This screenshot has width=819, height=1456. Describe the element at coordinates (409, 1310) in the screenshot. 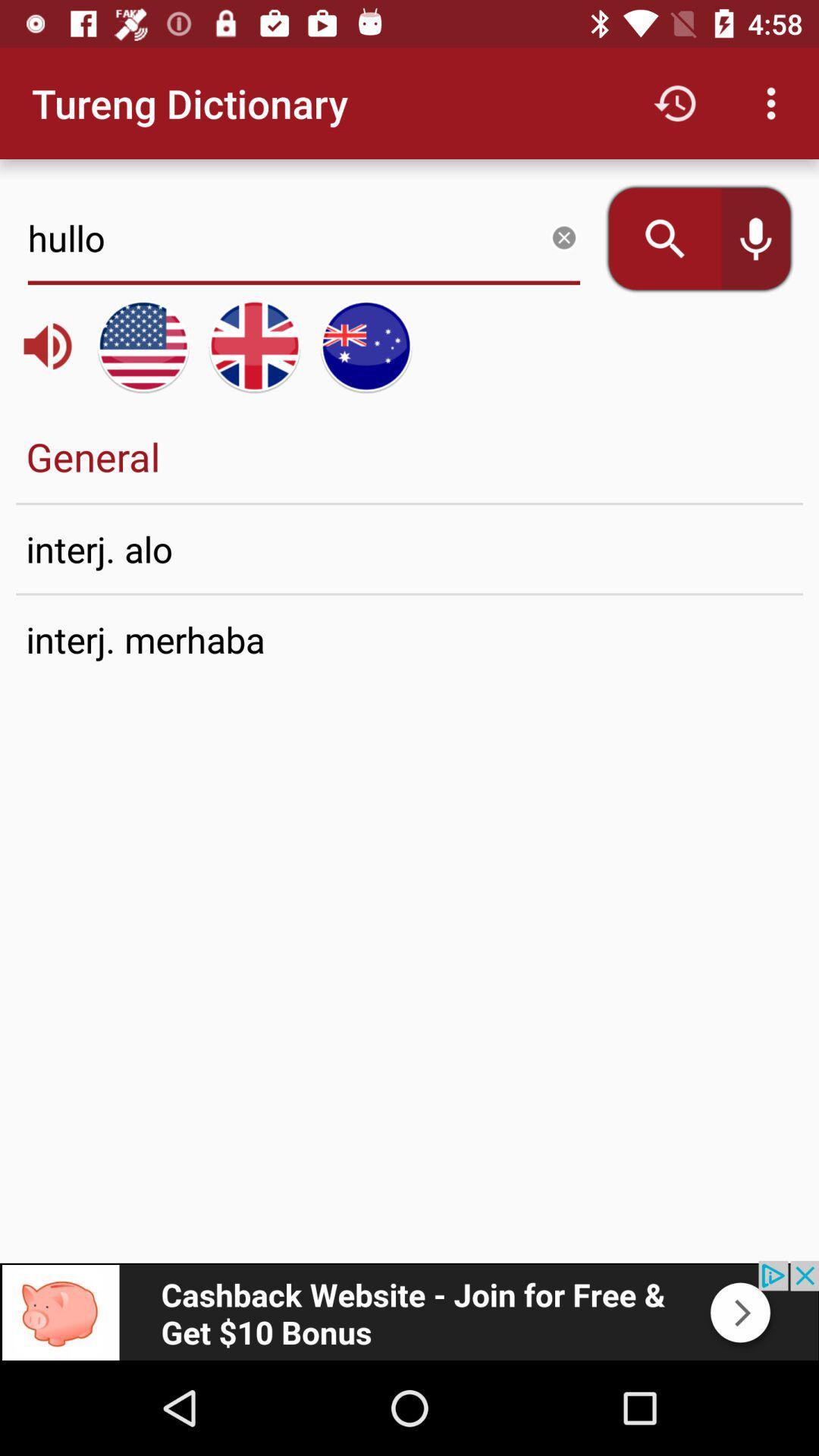

I see `advartasmand` at that location.